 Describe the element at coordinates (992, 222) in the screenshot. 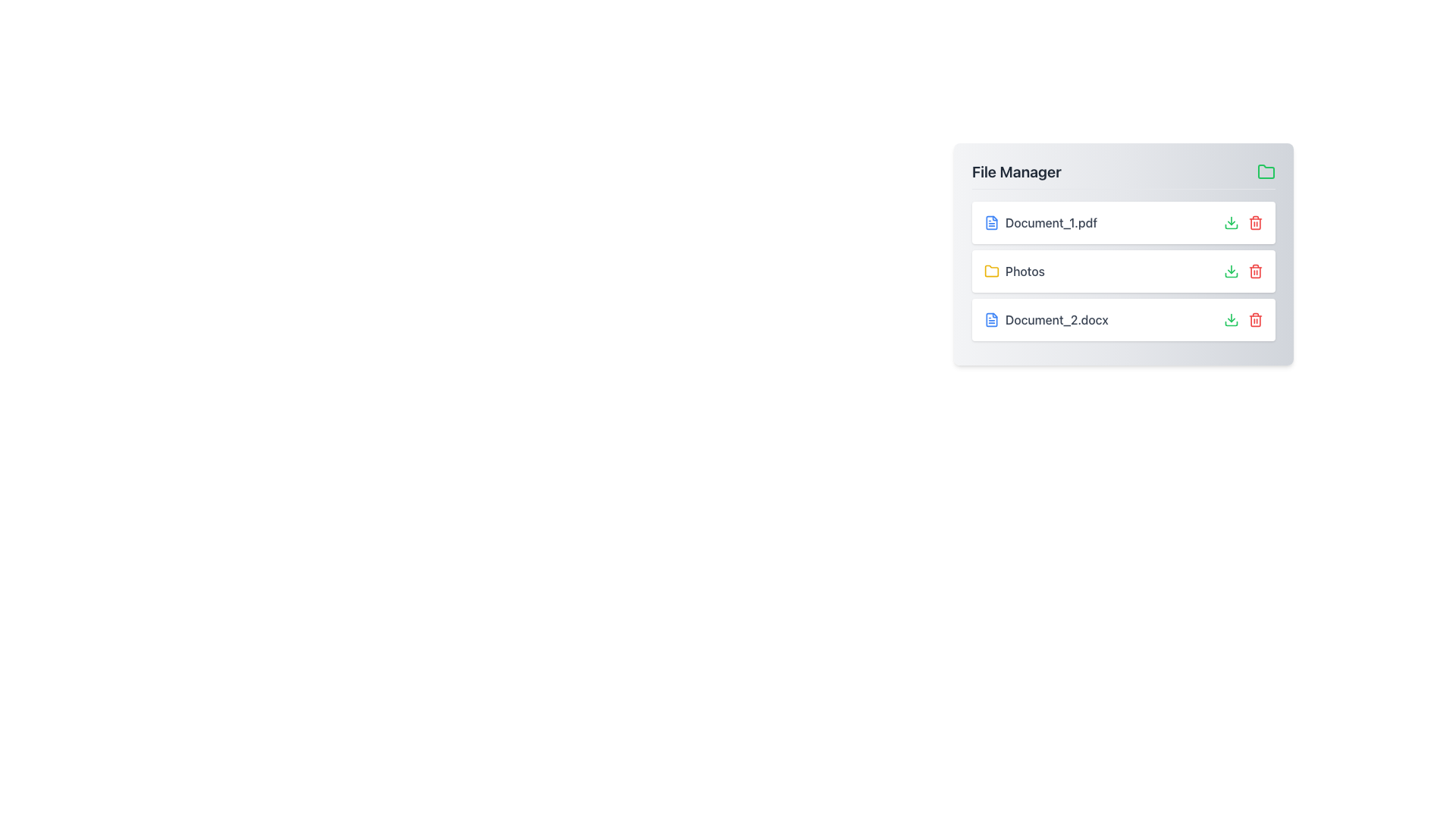

I see `the PDF icon representing 'Document_1.pdf'` at that location.